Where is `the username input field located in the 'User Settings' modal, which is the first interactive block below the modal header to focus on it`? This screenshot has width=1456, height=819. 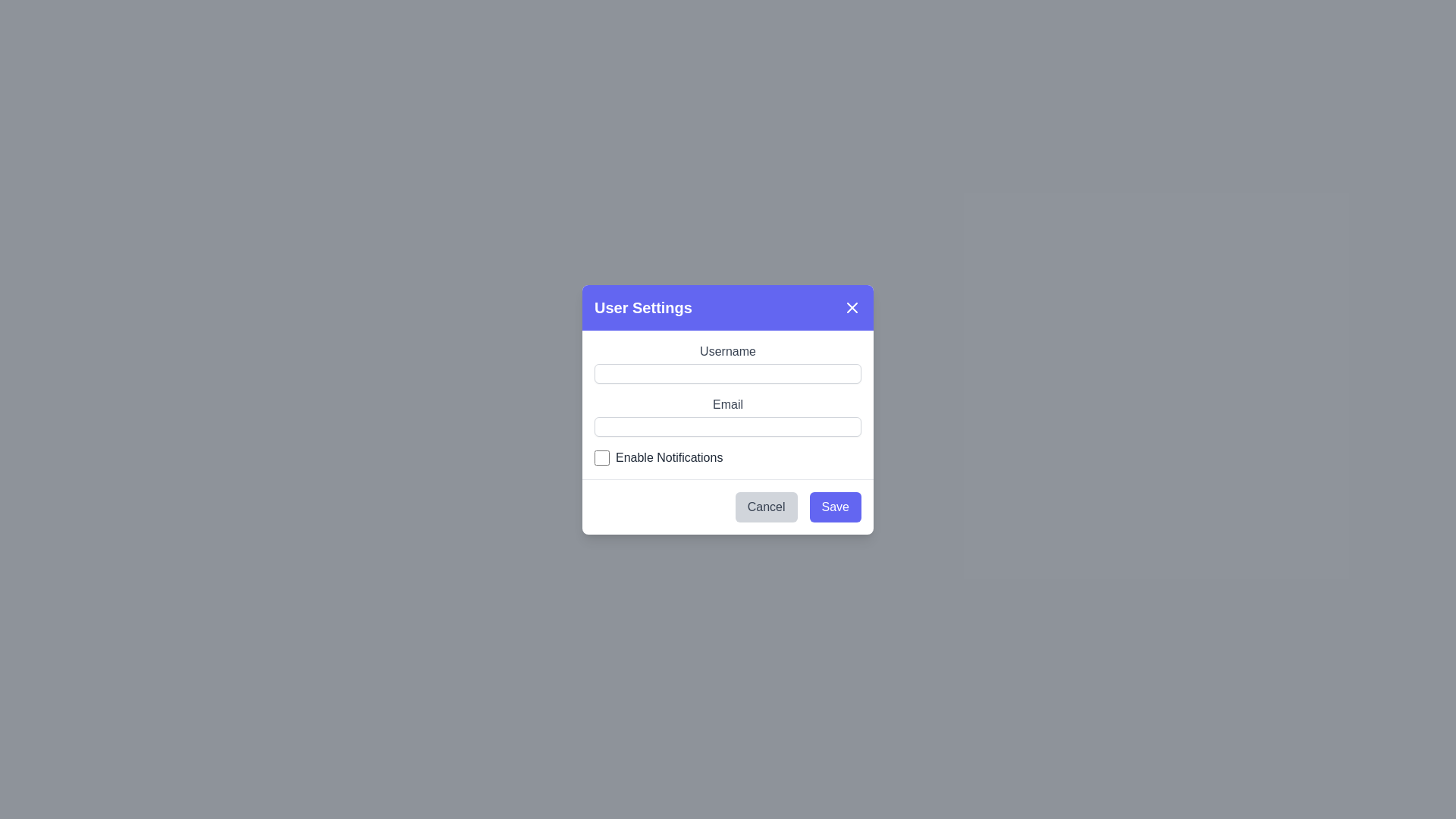
the username input field located in the 'User Settings' modal, which is the first interactive block below the modal header to focus on it is located at coordinates (728, 362).